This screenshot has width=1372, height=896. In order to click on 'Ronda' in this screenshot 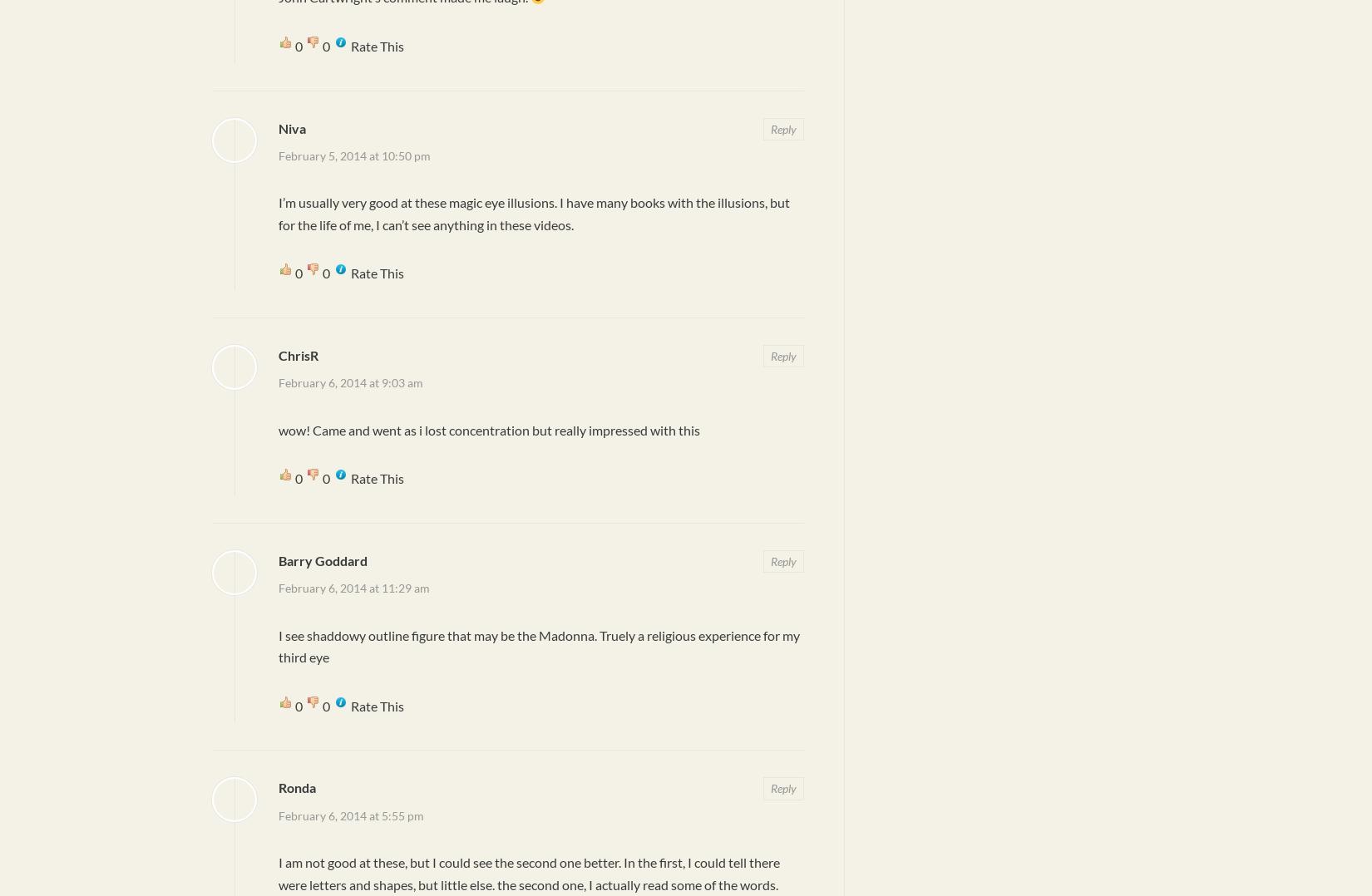, I will do `click(297, 786)`.